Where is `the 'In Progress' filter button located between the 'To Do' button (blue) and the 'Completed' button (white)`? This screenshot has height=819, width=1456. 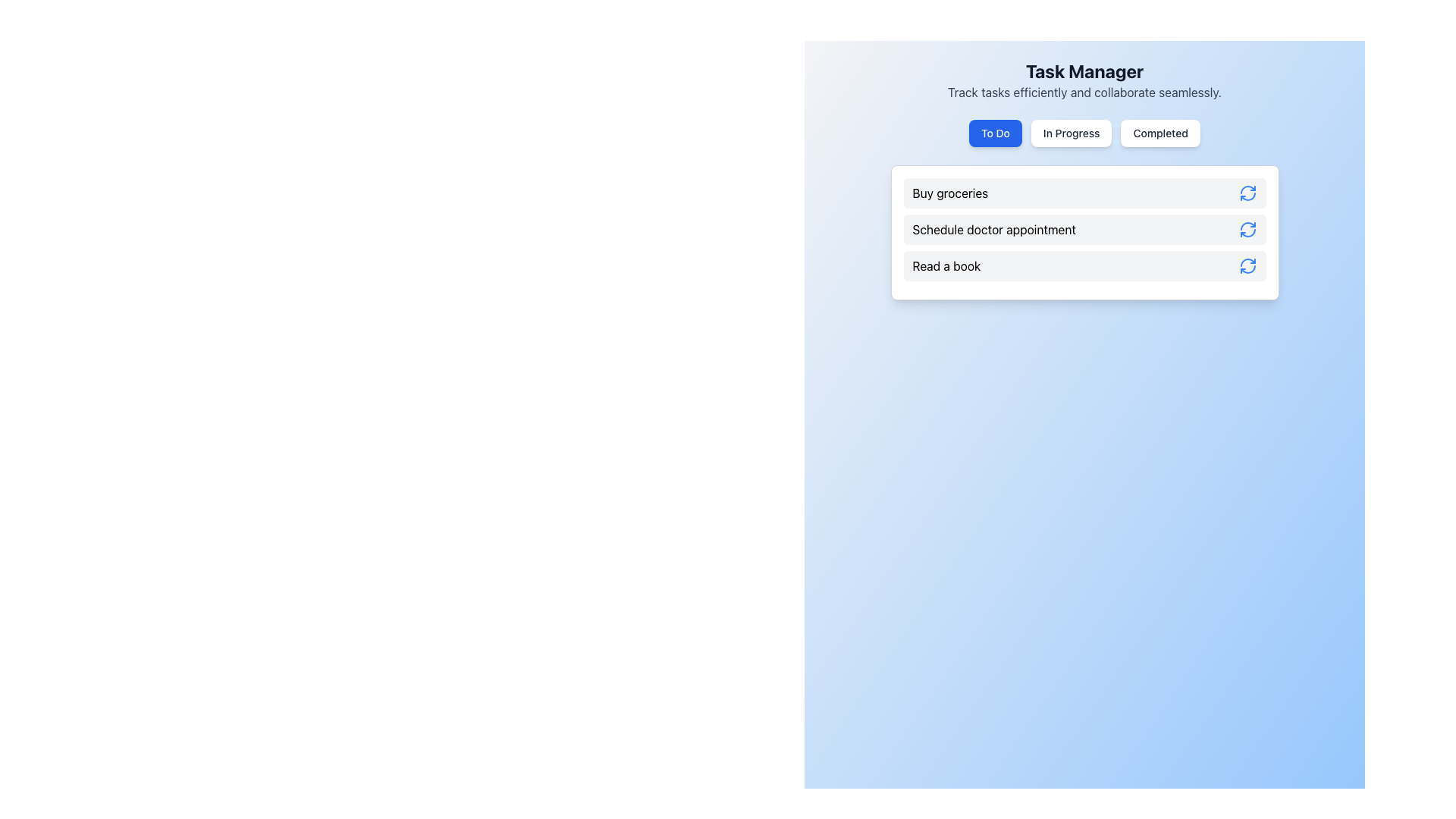
the 'In Progress' filter button located between the 'To Do' button (blue) and the 'Completed' button (white) is located at coordinates (1071, 133).